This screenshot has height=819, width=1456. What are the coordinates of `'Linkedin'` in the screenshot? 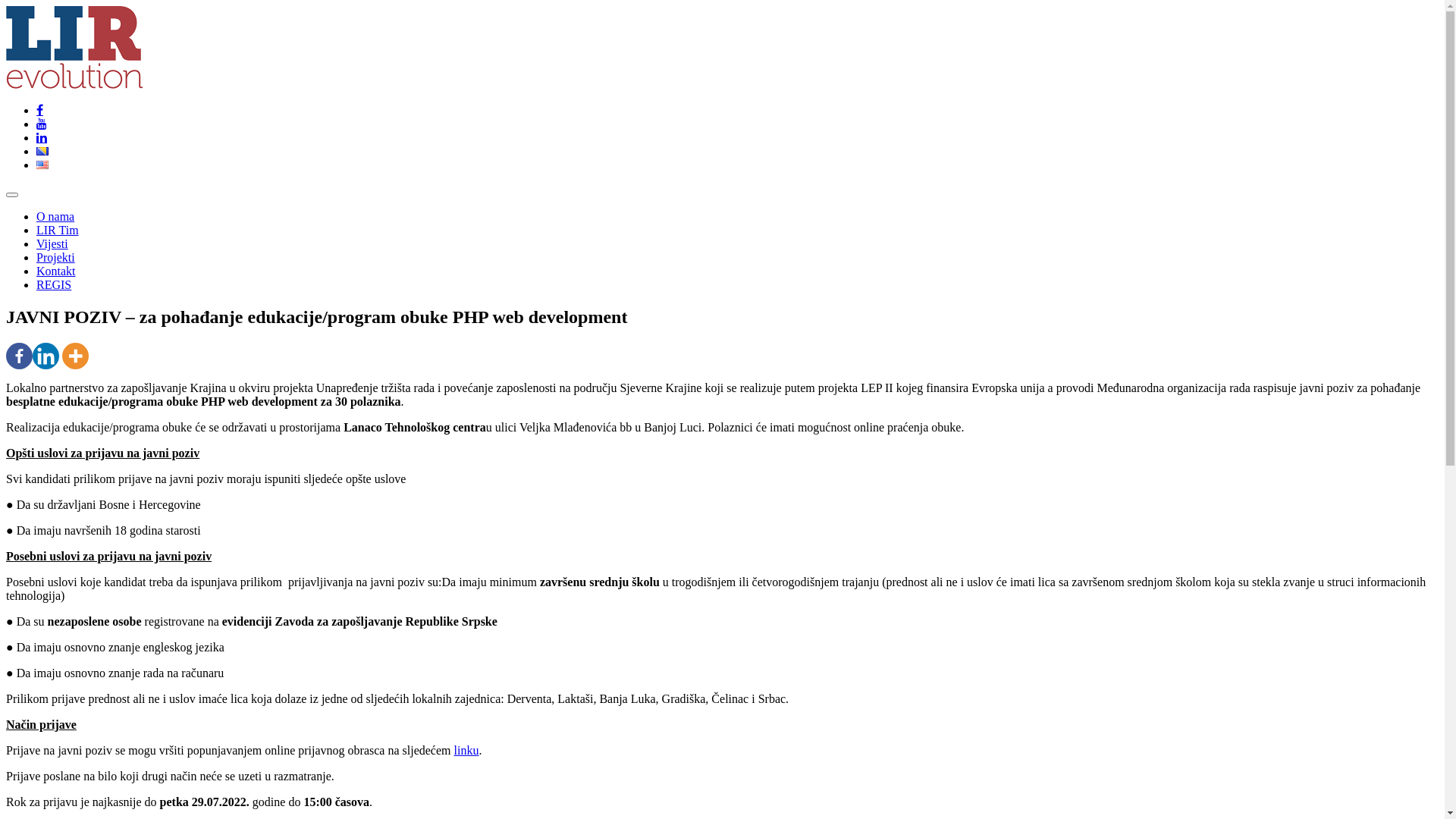 It's located at (45, 356).